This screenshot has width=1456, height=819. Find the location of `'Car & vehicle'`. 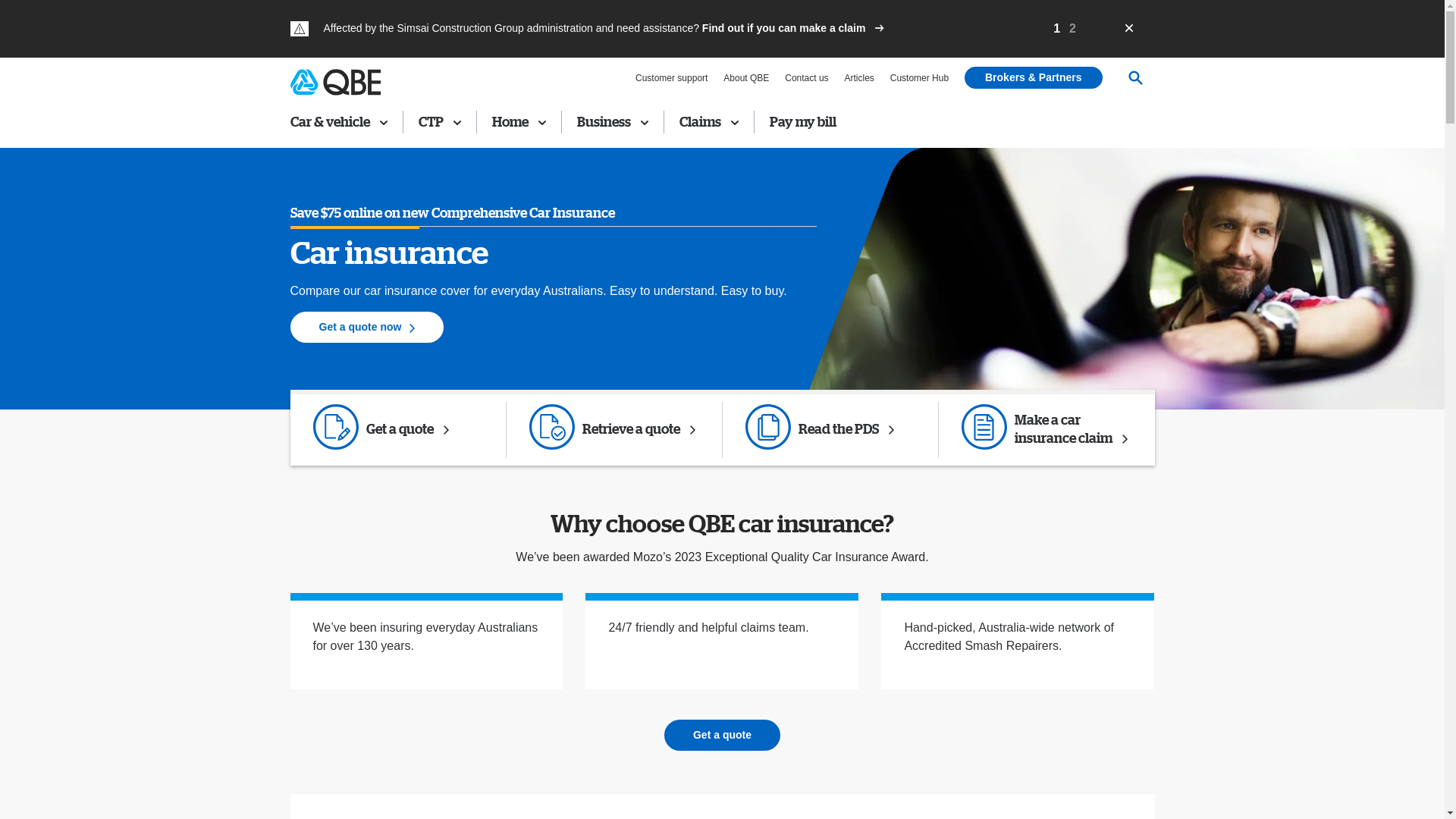

'Car & vehicle' is located at coordinates (340, 121).